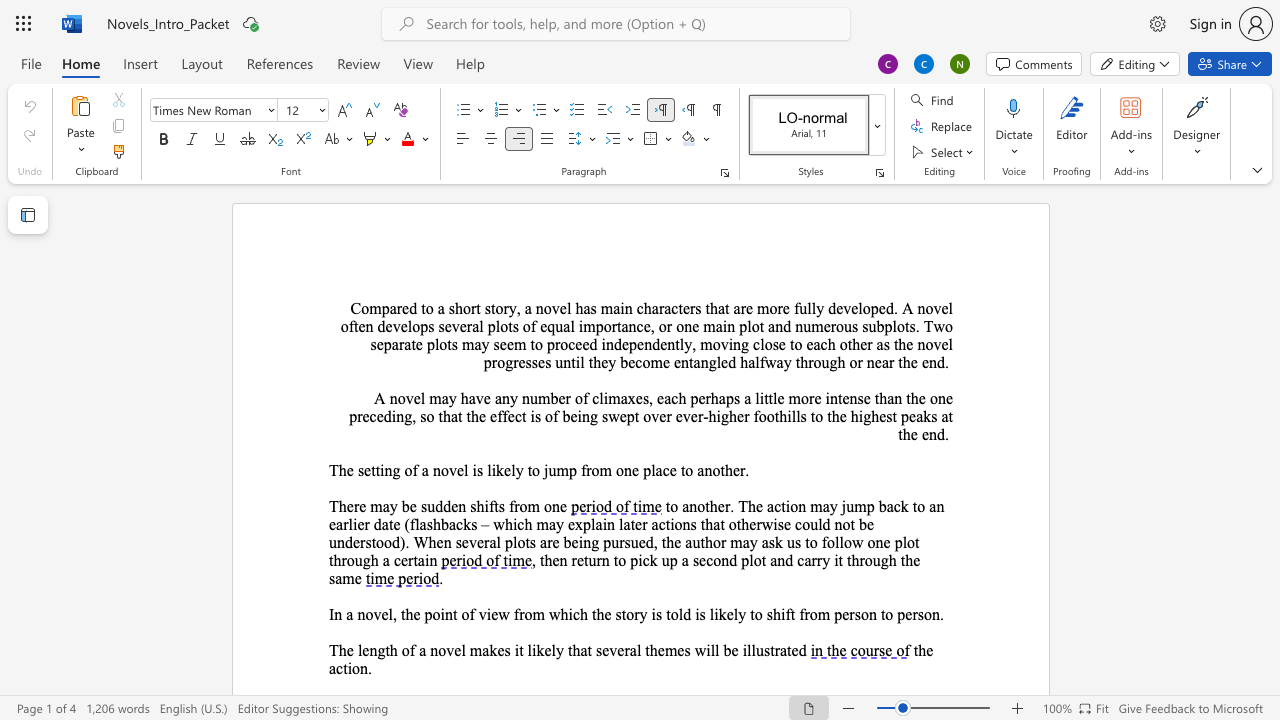  What do you see at coordinates (465, 308) in the screenshot?
I see `the 3th character "o" in the text` at bounding box center [465, 308].